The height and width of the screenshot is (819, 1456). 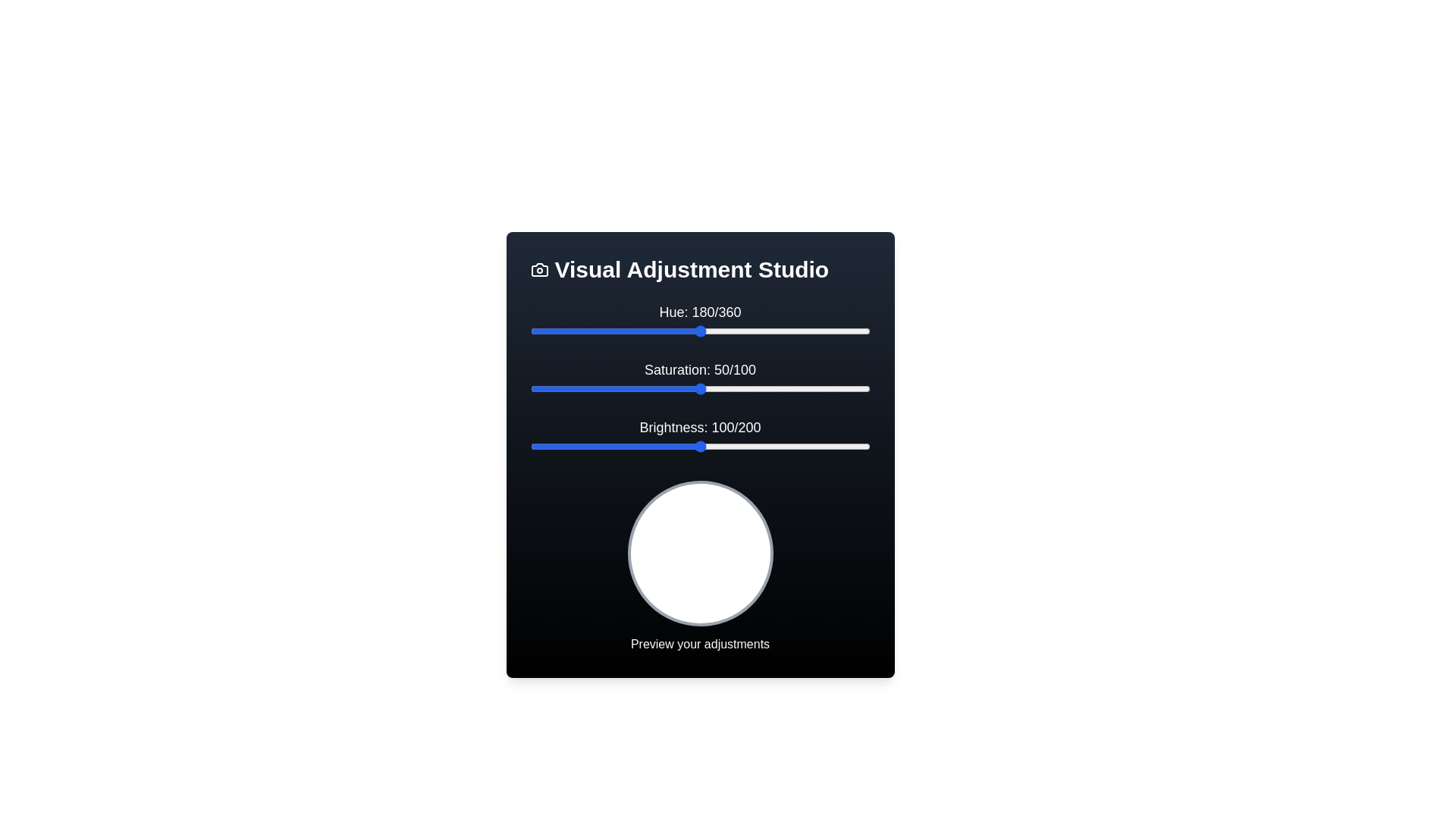 I want to click on the 'Saturation' slider to 65 within its range, so click(x=751, y=388).